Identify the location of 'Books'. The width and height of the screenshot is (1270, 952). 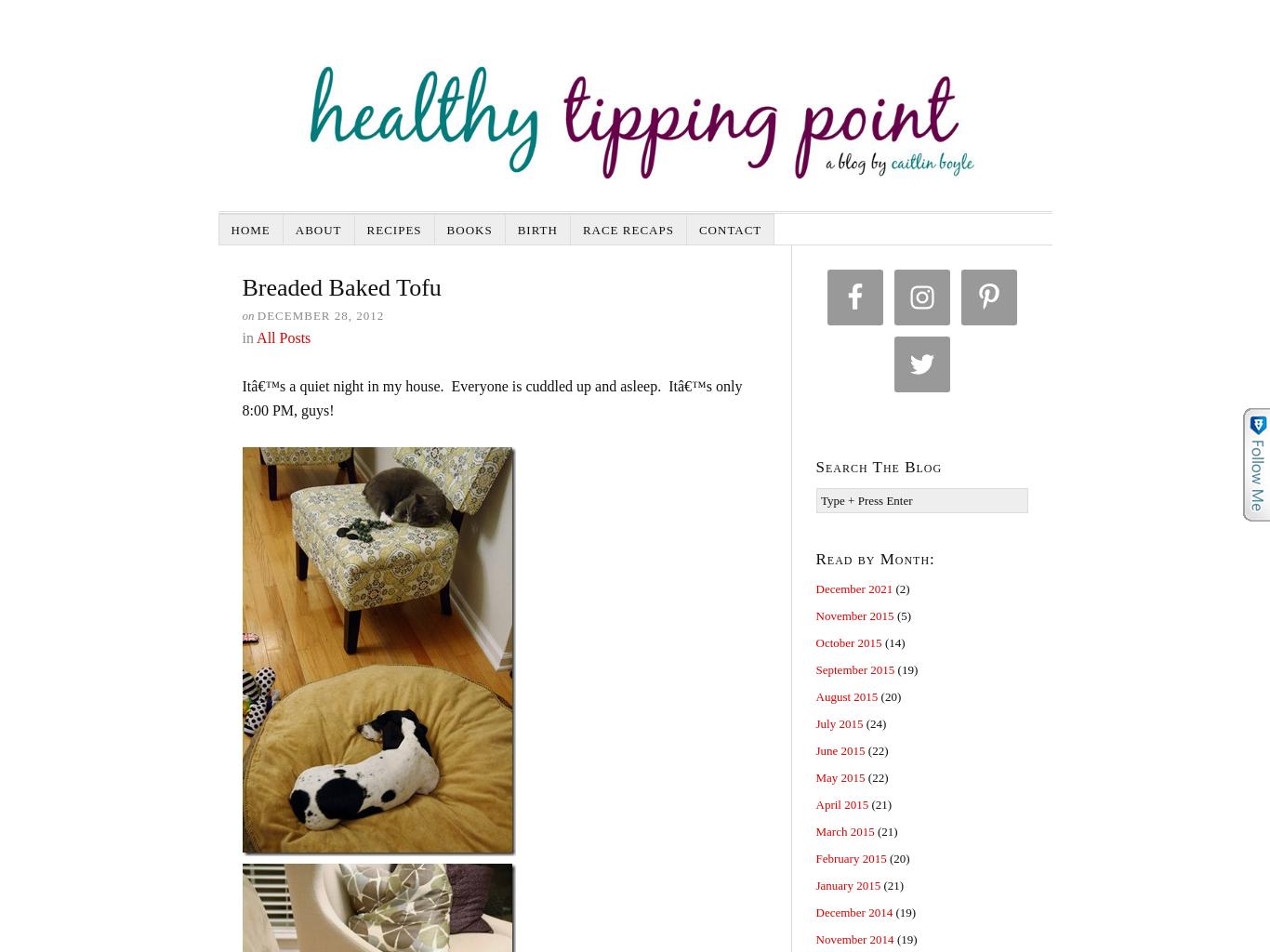
(446, 228).